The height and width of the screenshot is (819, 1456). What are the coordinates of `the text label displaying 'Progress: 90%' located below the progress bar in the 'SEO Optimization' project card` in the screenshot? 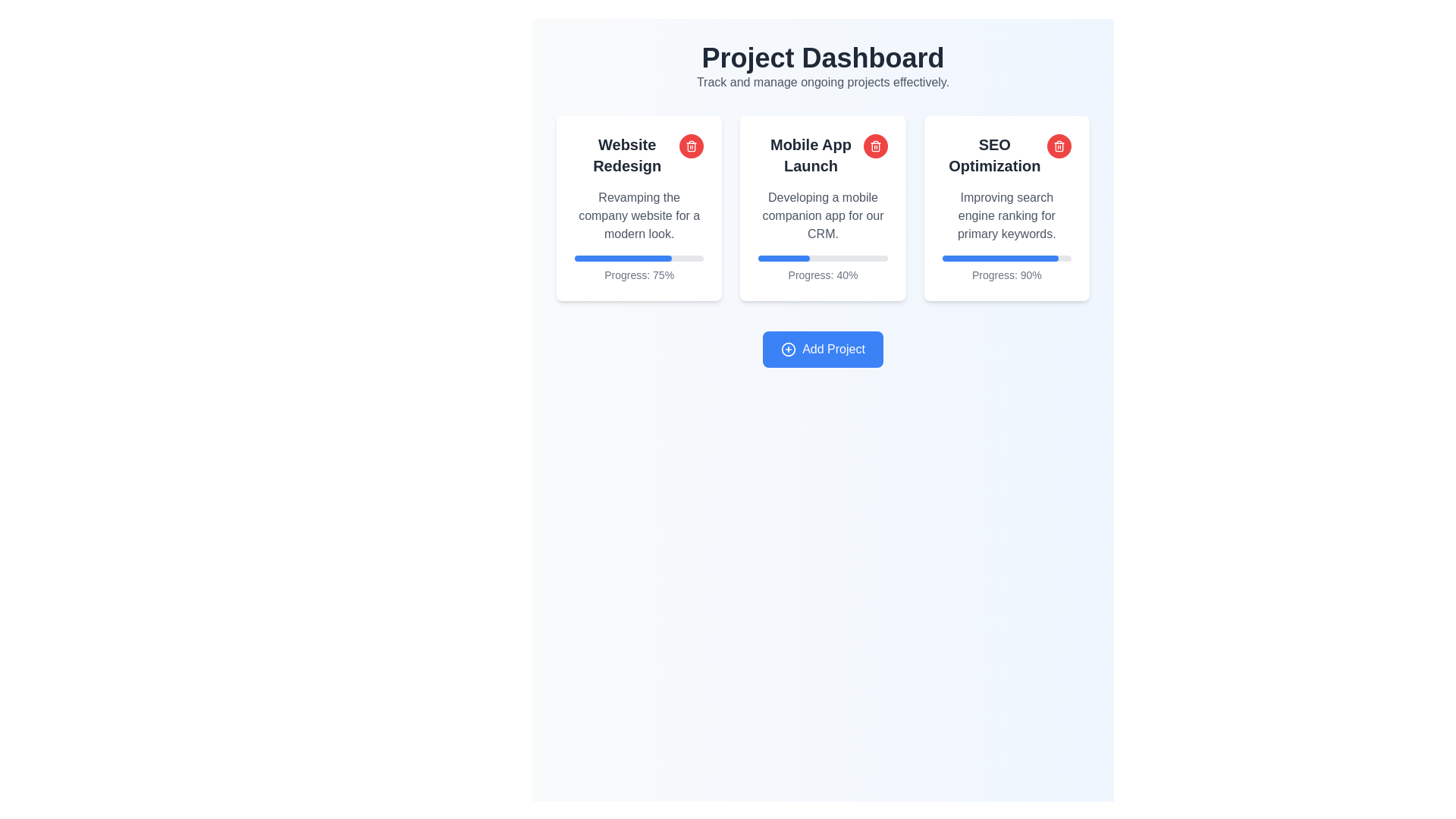 It's located at (1006, 275).